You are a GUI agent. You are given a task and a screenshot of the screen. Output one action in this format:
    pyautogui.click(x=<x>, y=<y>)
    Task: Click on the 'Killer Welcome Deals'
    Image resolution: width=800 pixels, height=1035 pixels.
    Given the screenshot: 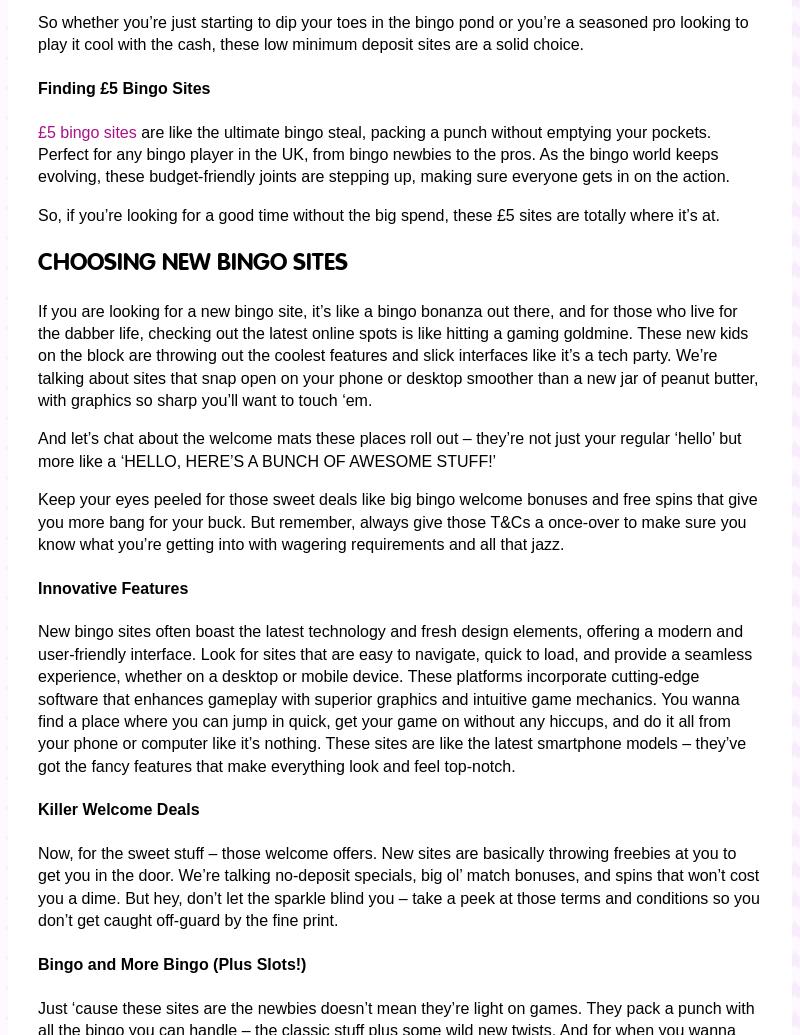 What is the action you would take?
    pyautogui.click(x=117, y=808)
    